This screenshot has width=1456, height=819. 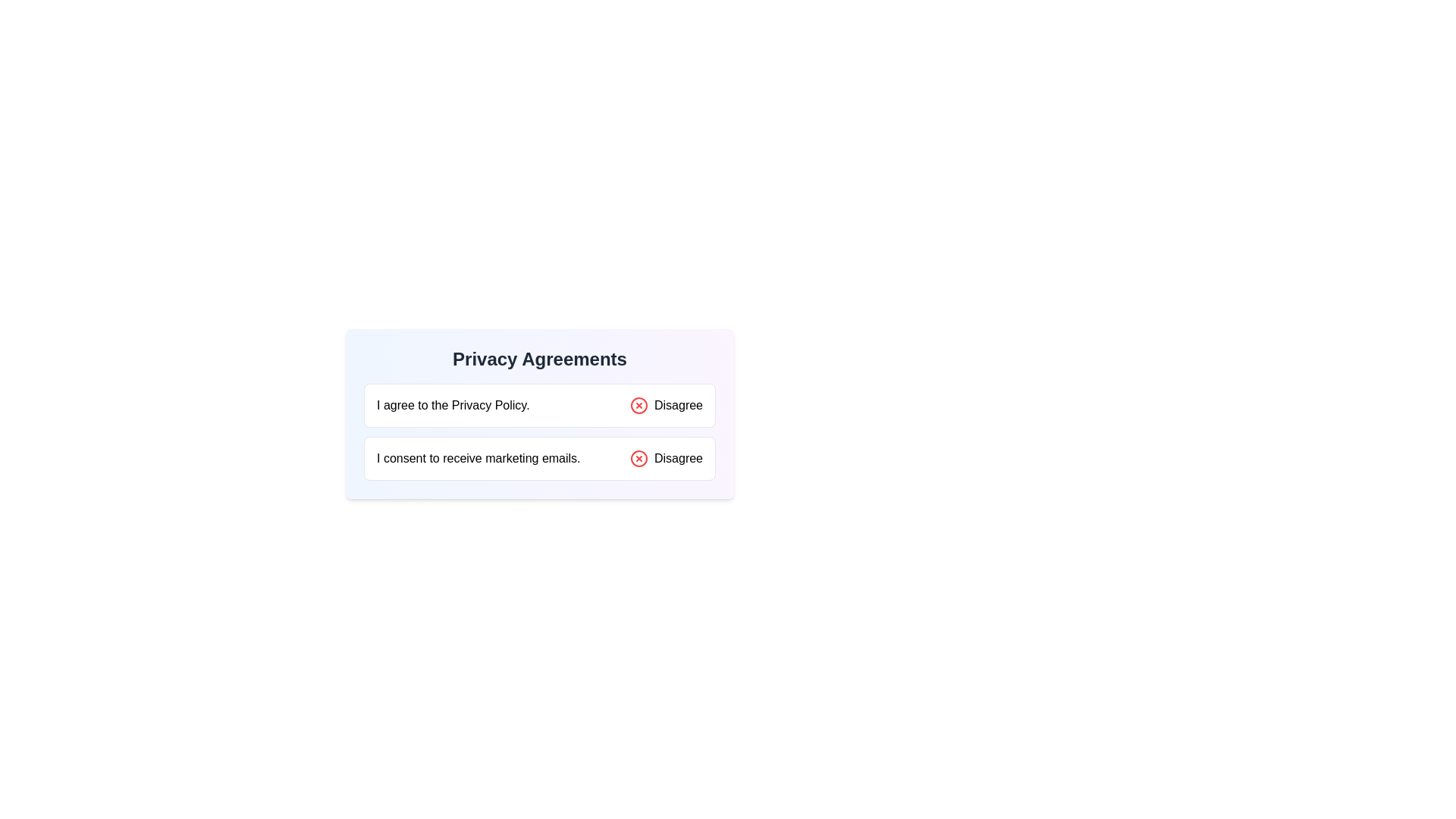 I want to click on the 'Disagree' button which consists of a circular red icon with an 'X' and the text 'Disagree', so click(x=666, y=458).